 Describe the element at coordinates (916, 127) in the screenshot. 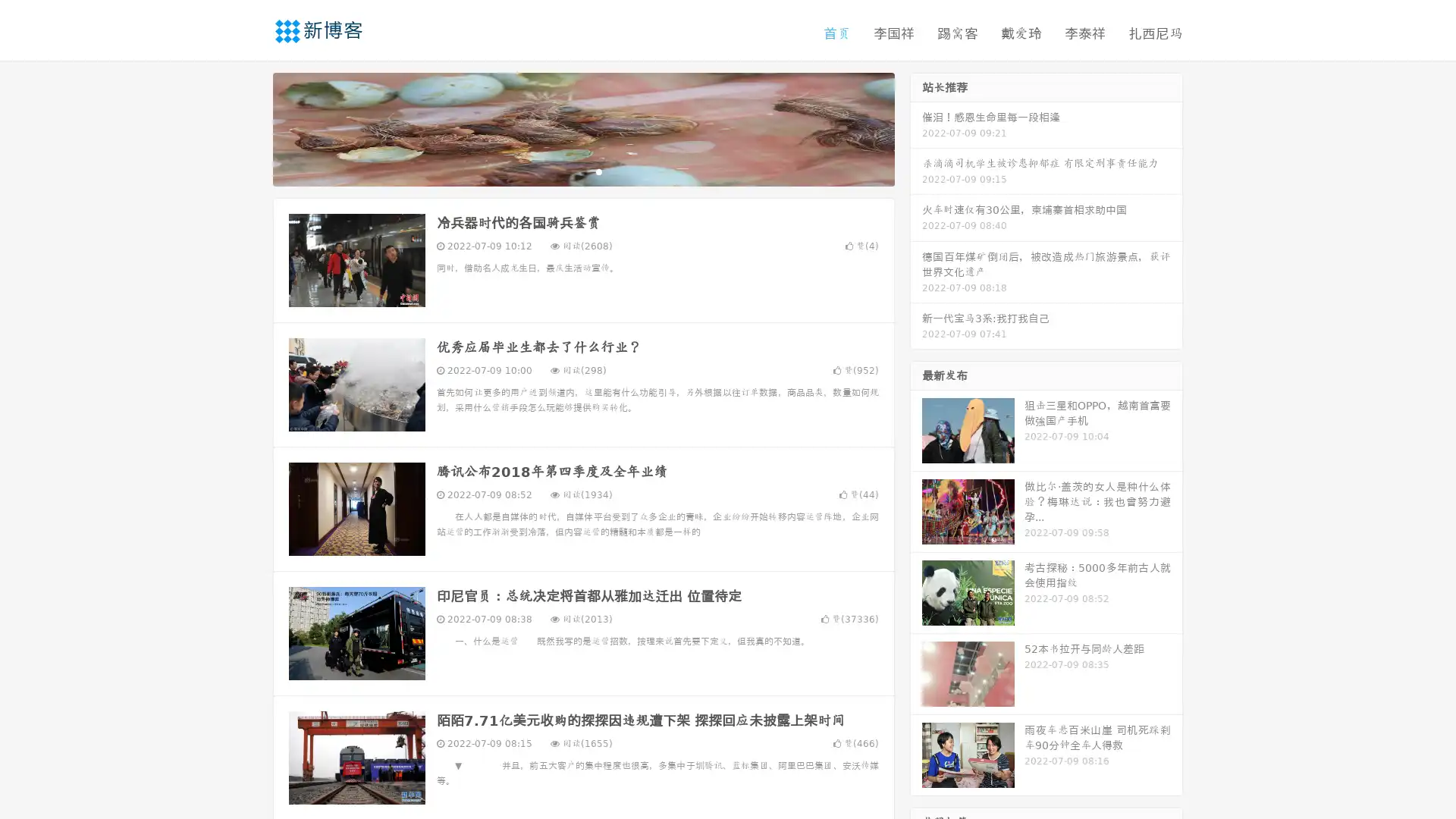

I see `Next slide` at that location.